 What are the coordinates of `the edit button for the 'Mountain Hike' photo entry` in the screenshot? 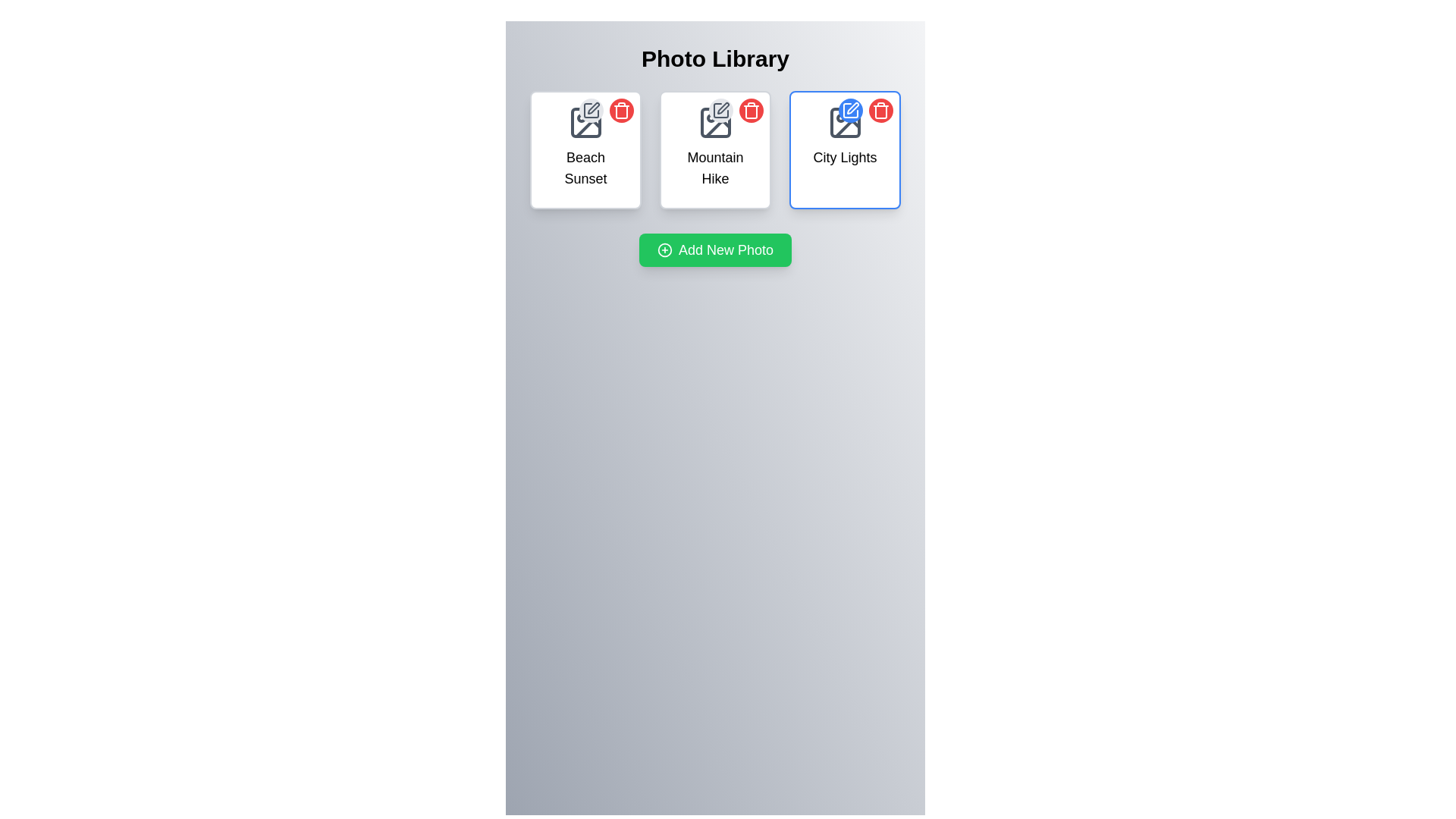 It's located at (720, 110).